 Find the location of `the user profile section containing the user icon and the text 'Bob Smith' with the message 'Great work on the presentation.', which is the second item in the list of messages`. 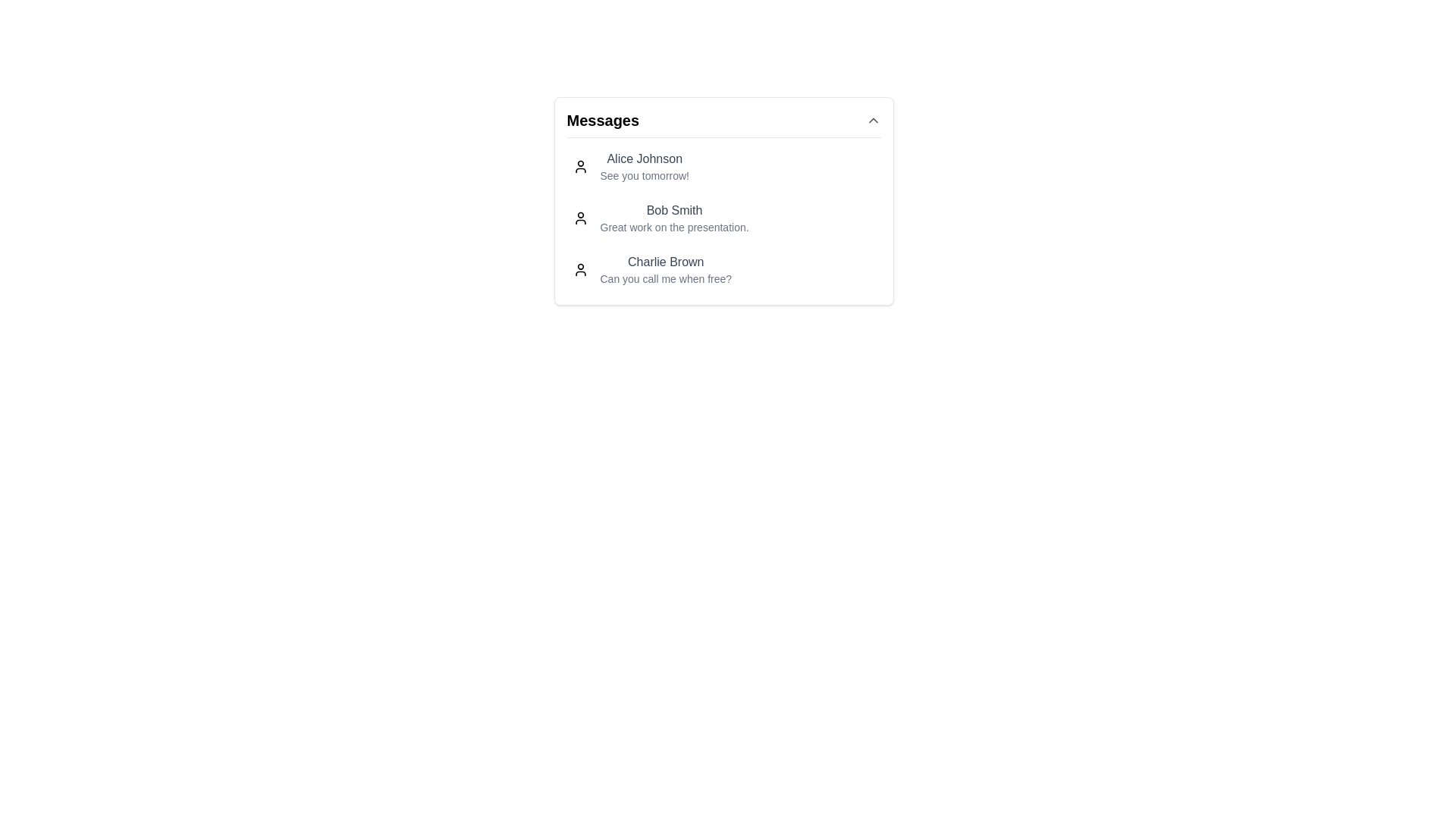

the user profile section containing the user icon and the text 'Bob Smith' with the message 'Great work on the presentation.', which is the second item in the list of messages is located at coordinates (723, 218).